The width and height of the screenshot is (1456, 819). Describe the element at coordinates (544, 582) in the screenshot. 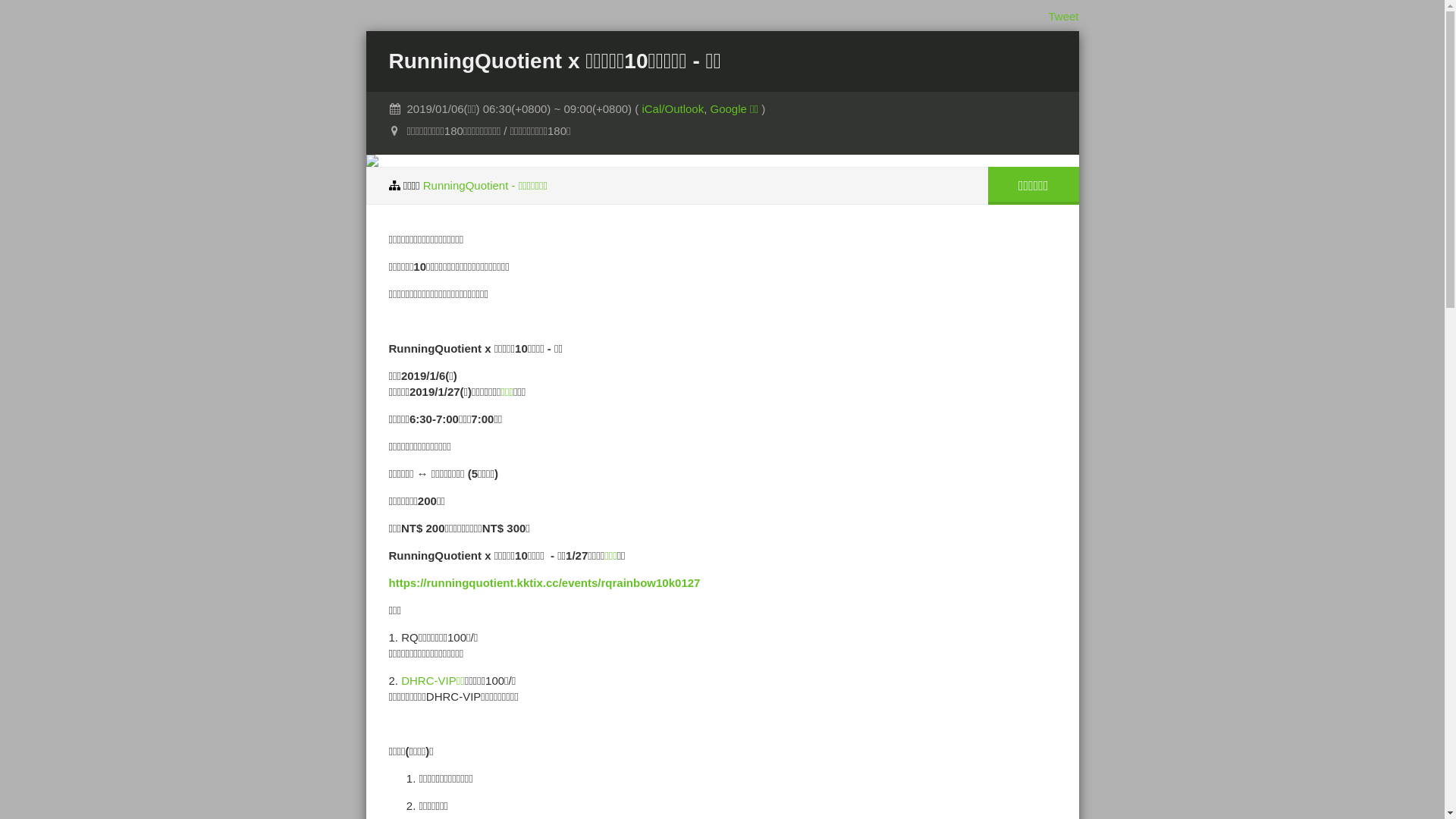

I see `'https://runningquotient.kktix.cc/events/rqrainbow10k0127'` at that location.